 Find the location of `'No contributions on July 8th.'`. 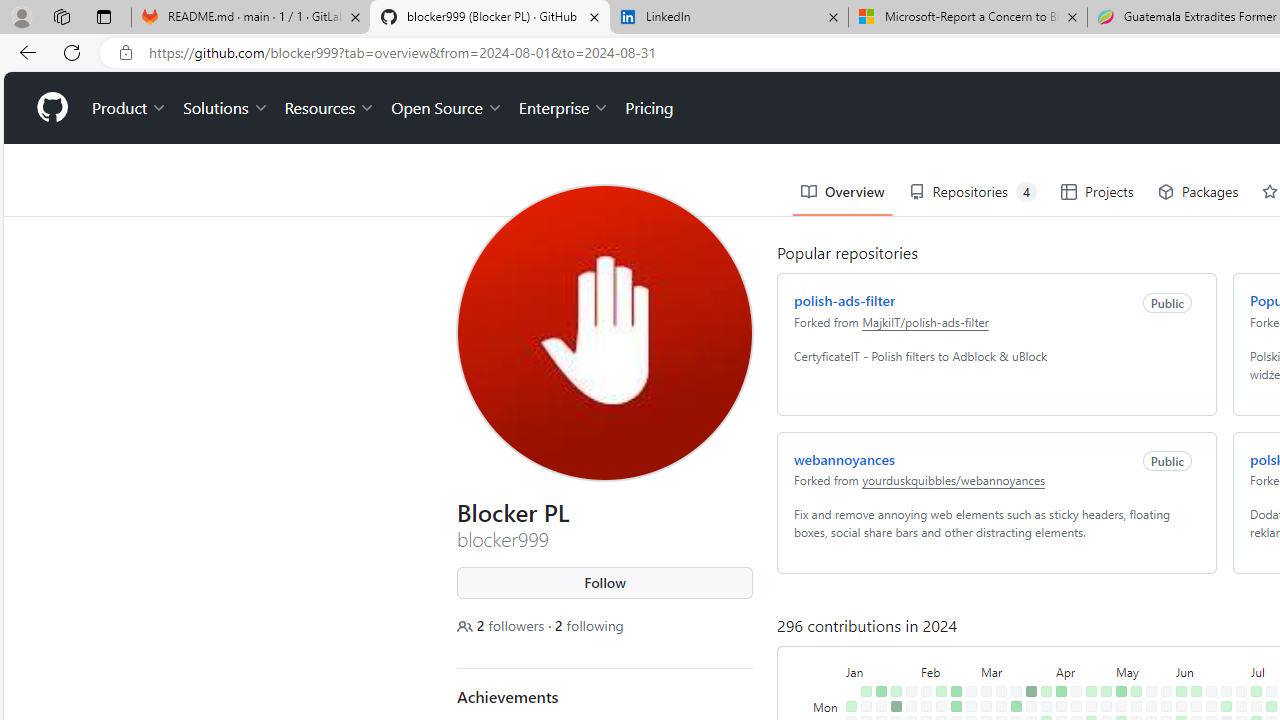

'No contributions on July 8th.' is located at coordinates (1255, 705).